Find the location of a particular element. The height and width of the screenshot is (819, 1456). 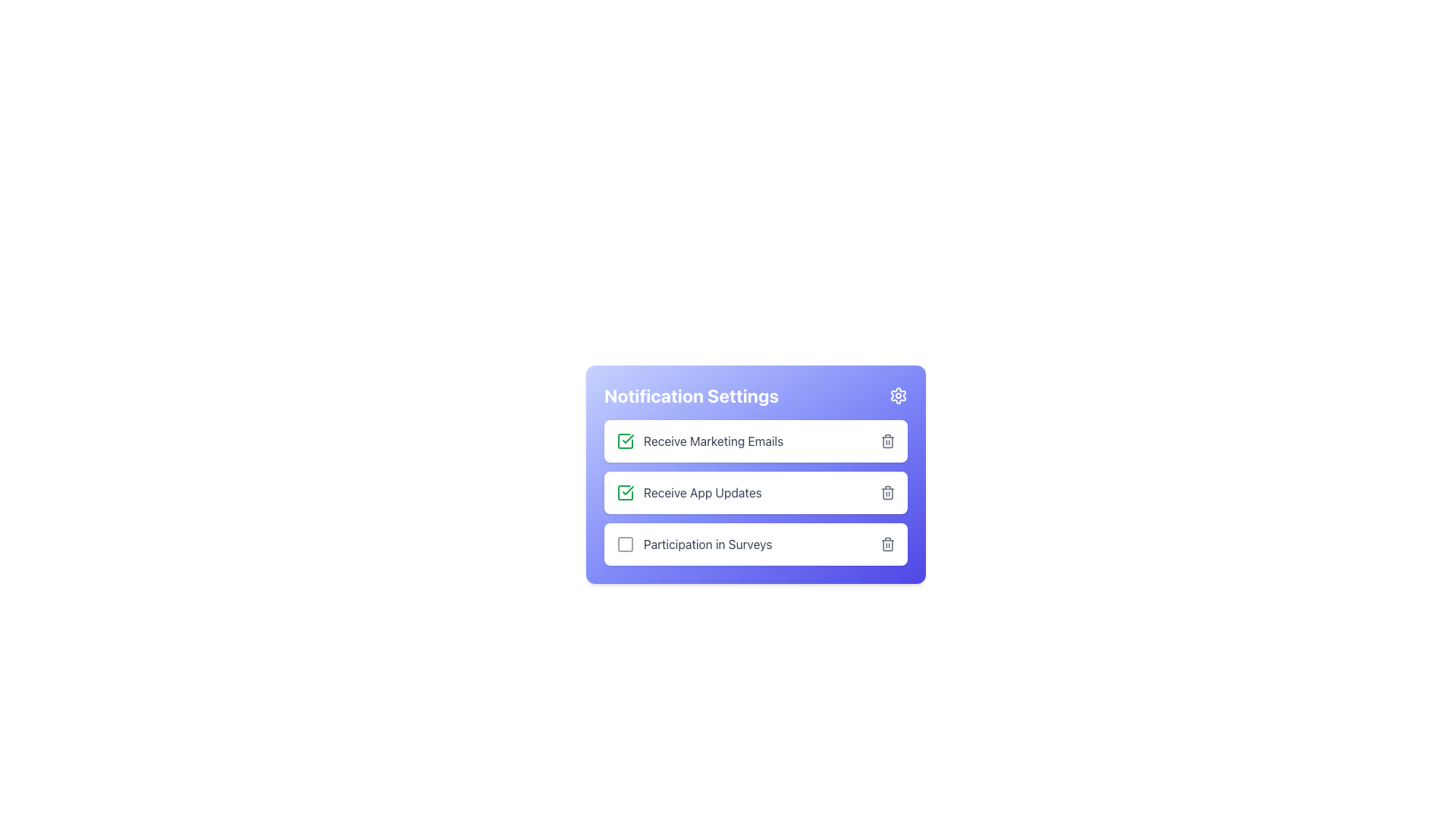

the delete icon button located to the far right of the 'Receive App Updates' row in the 'Notification Settings' panel is located at coordinates (888, 493).